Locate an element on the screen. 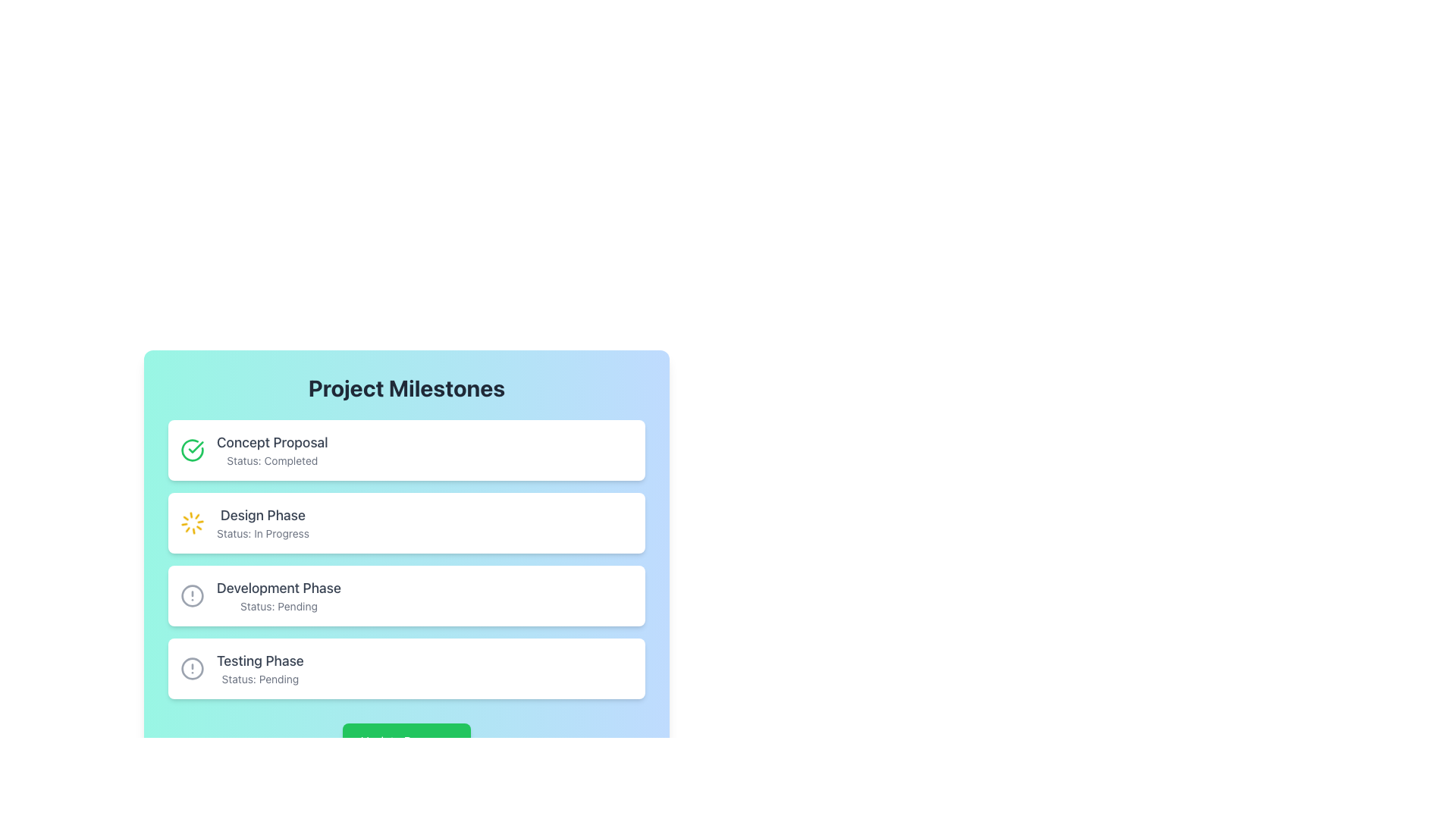 This screenshot has height=819, width=1456. the text display element that shows 'Testing Phase' and 'Status: Pending', which is the fourth entry in the vertical list of project milestones is located at coordinates (260, 668).